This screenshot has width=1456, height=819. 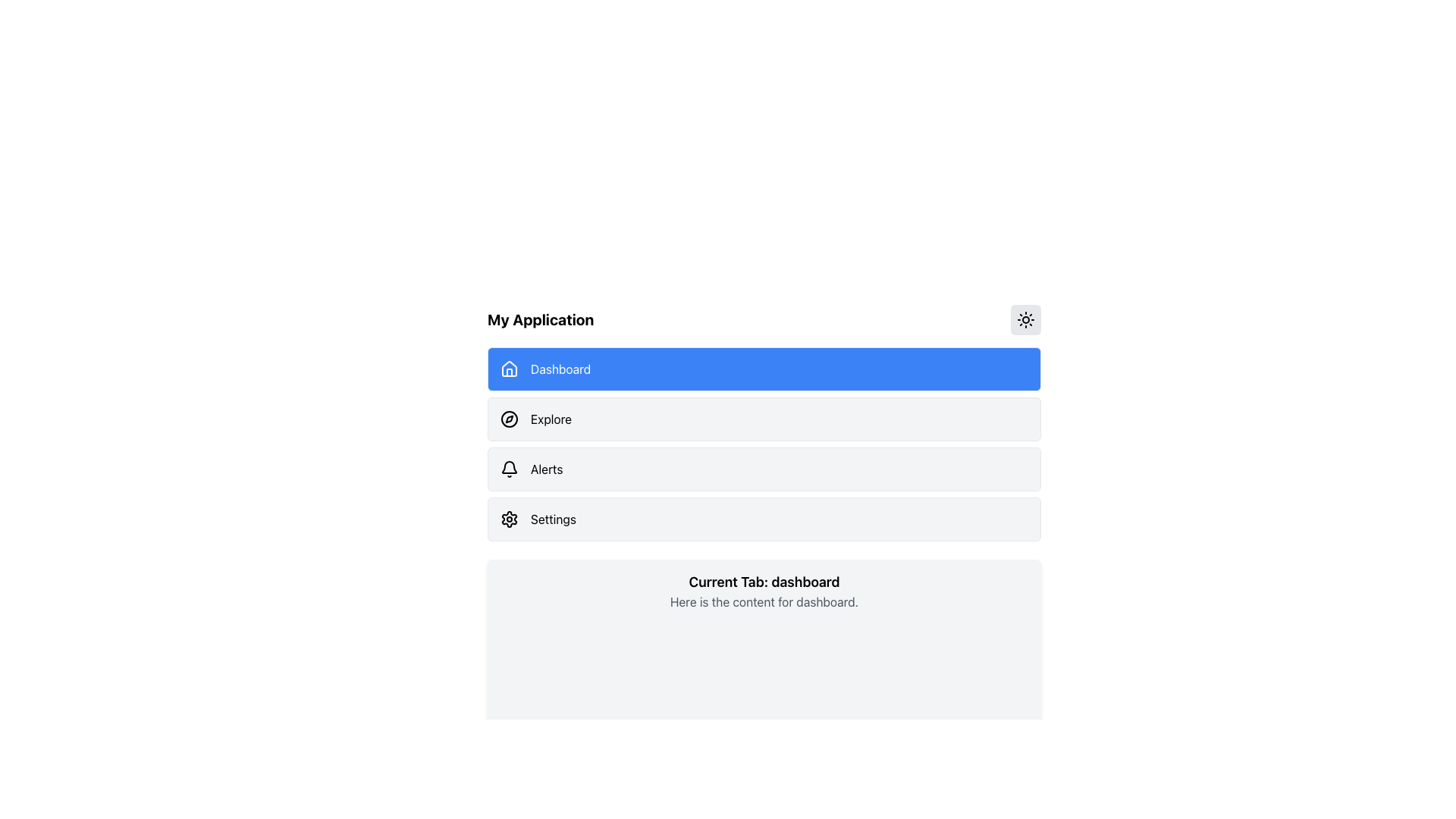 I want to click on 'Dashboard' label element which is the rightmost item in the first row of the vertical menu, indicating the section of the application, so click(x=560, y=369).